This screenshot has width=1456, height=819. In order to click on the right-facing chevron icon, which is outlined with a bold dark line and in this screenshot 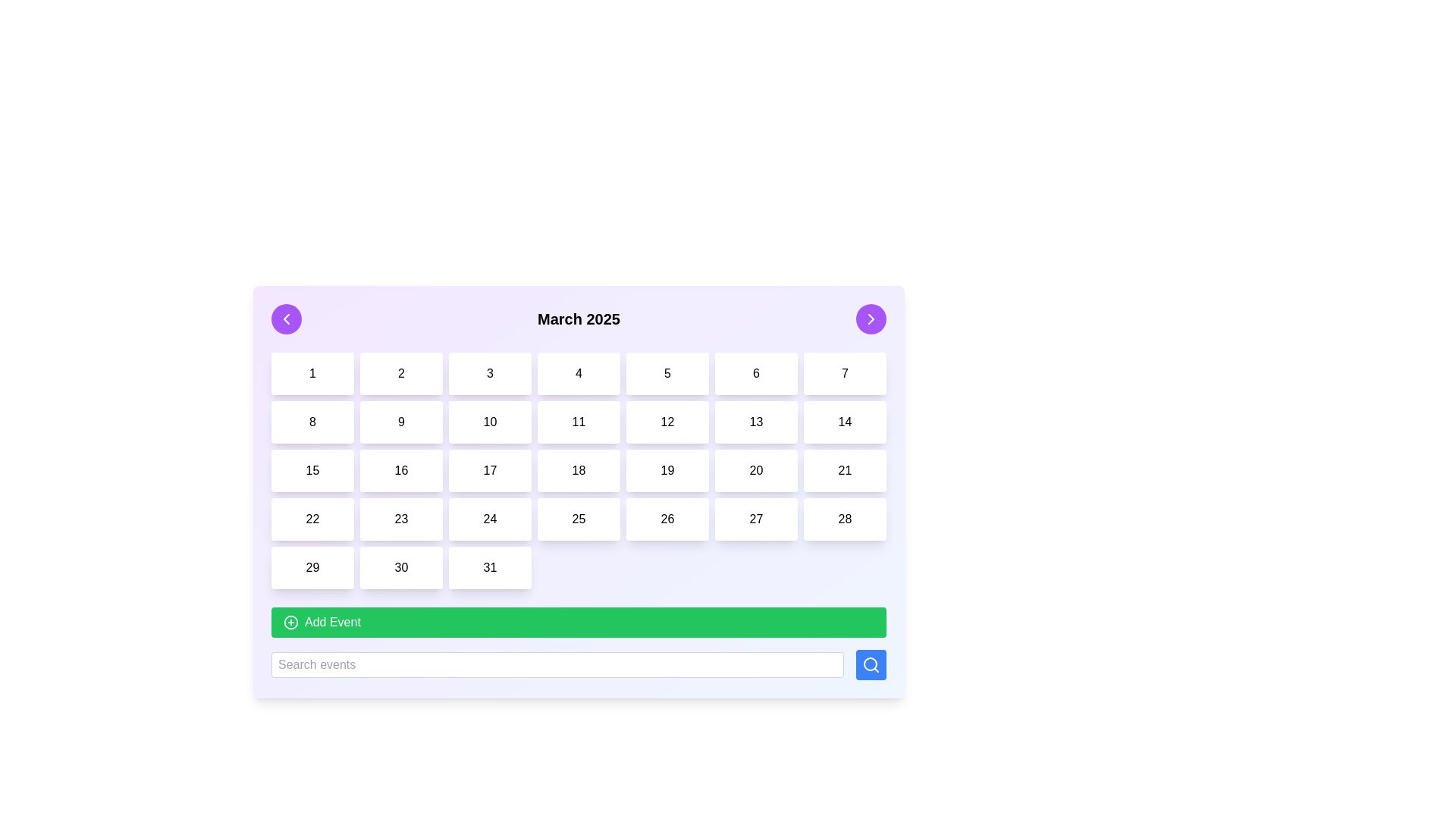, I will do `click(871, 318)`.